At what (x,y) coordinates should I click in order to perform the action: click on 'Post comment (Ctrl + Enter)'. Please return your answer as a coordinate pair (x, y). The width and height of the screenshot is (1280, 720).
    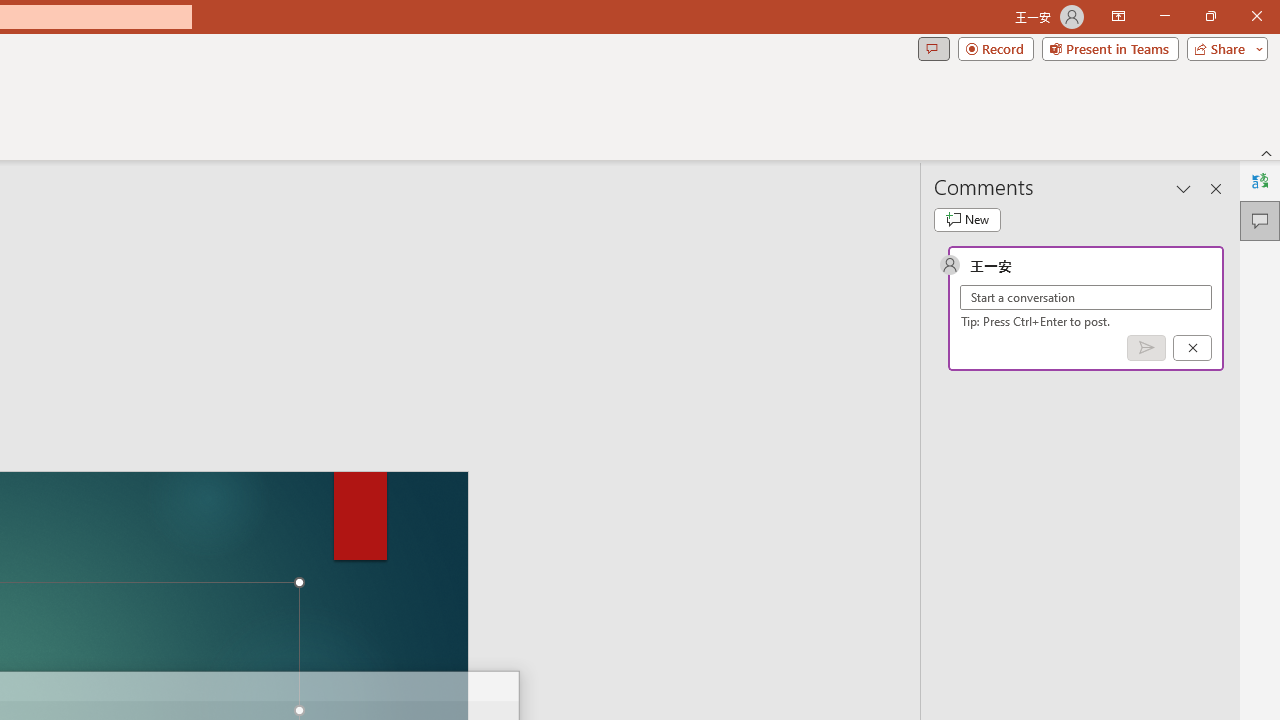
    Looking at the image, I should click on (1146, 346).